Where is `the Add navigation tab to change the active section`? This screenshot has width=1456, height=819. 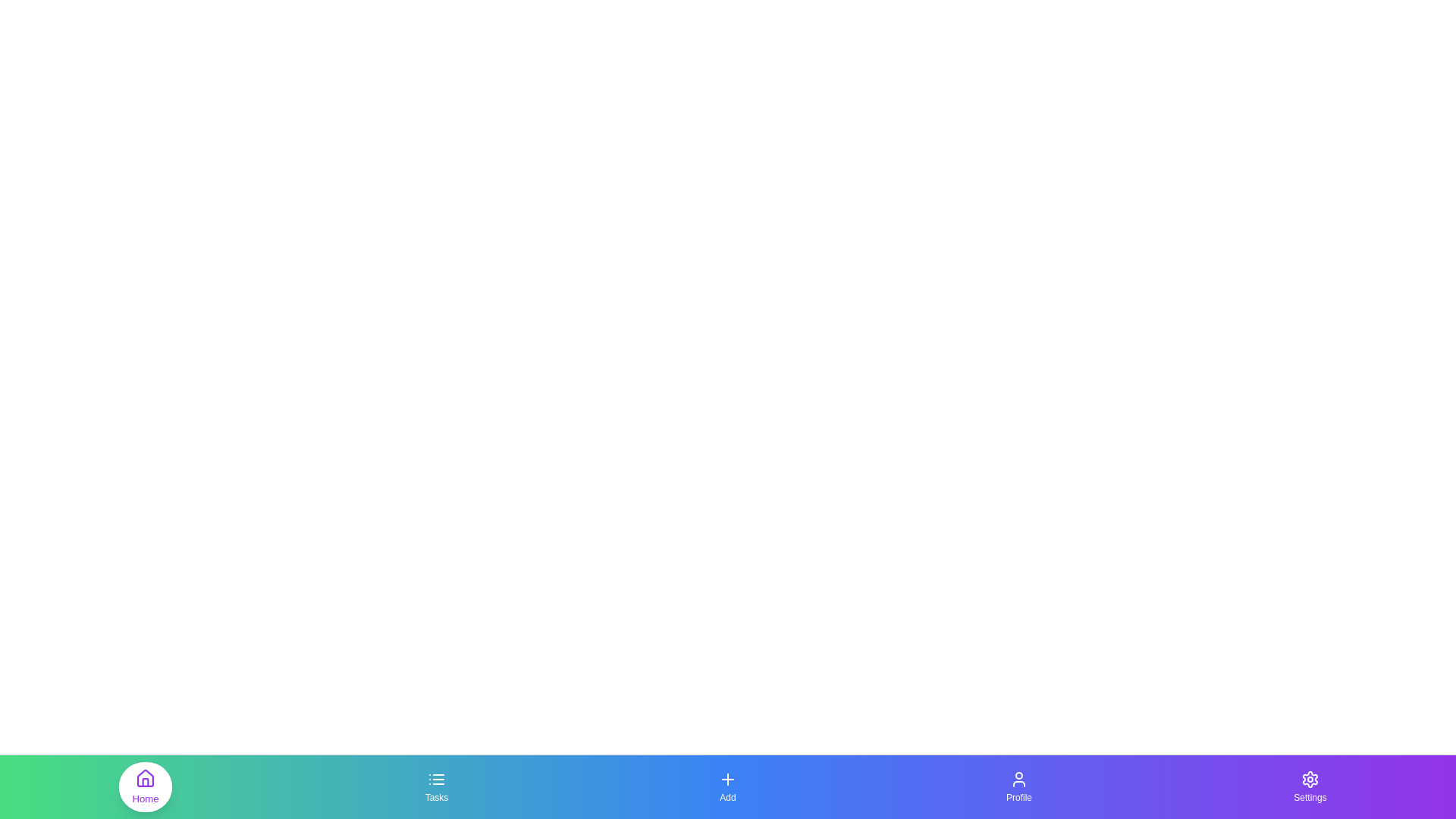
the Add navigation tab to change the active section is located at coordinates (728, 786).